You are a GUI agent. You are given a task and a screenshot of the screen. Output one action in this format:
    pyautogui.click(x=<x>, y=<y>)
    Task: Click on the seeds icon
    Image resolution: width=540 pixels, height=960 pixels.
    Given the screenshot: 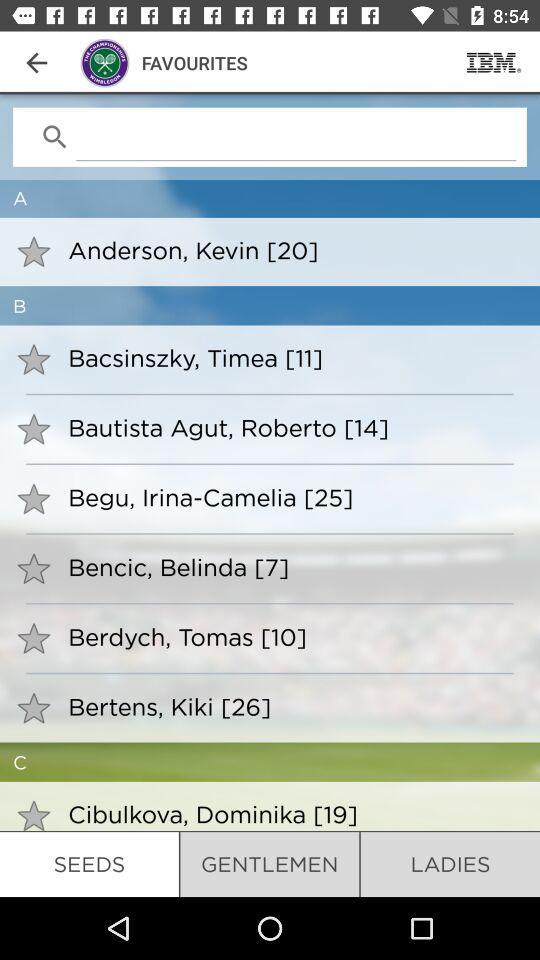 What is the action you would take?
    pyautogui.click(x=88, y=863)
    